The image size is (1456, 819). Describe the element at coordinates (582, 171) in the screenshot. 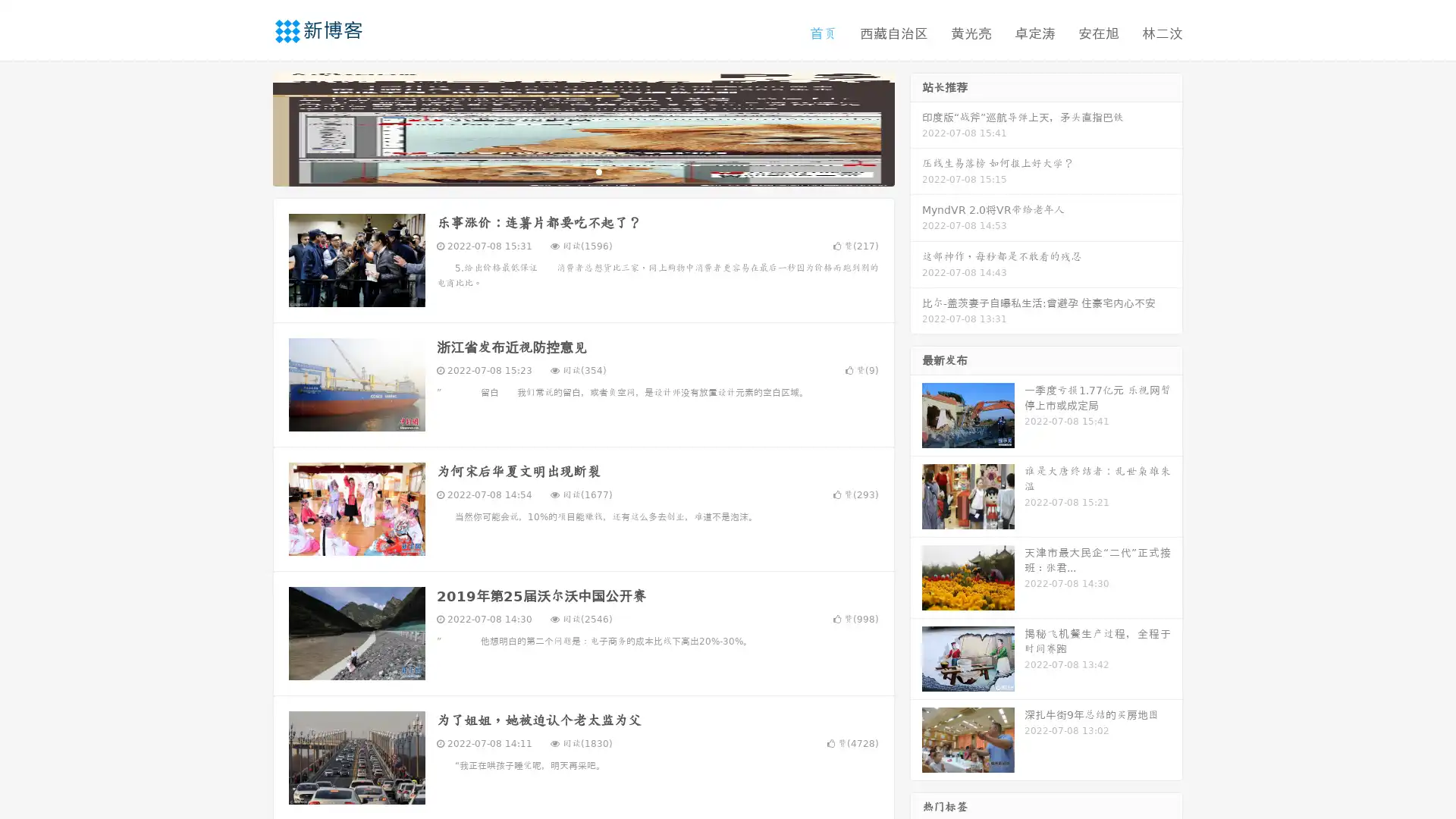

I see `Go to slide 2` at that location.